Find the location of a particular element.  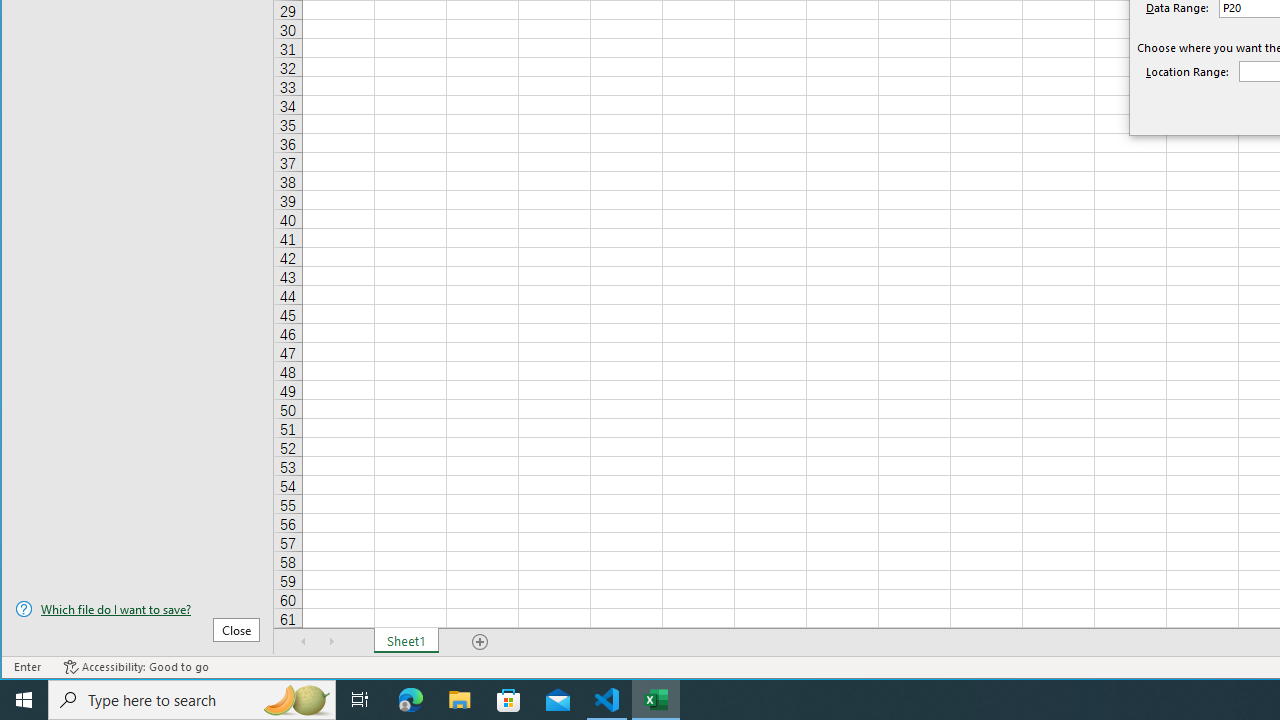

'Scroll Right' is located at coordinates (331, 641).